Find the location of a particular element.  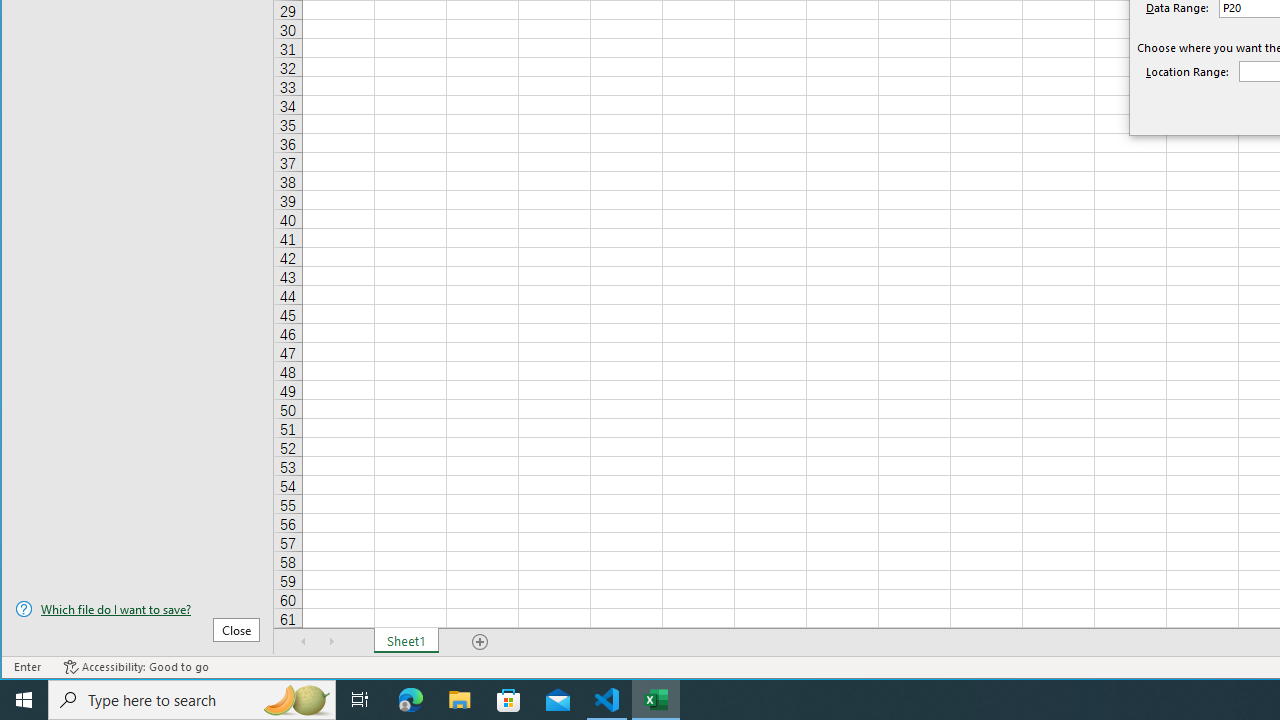

'Scroll Right' is located at coordinates (331, 641).